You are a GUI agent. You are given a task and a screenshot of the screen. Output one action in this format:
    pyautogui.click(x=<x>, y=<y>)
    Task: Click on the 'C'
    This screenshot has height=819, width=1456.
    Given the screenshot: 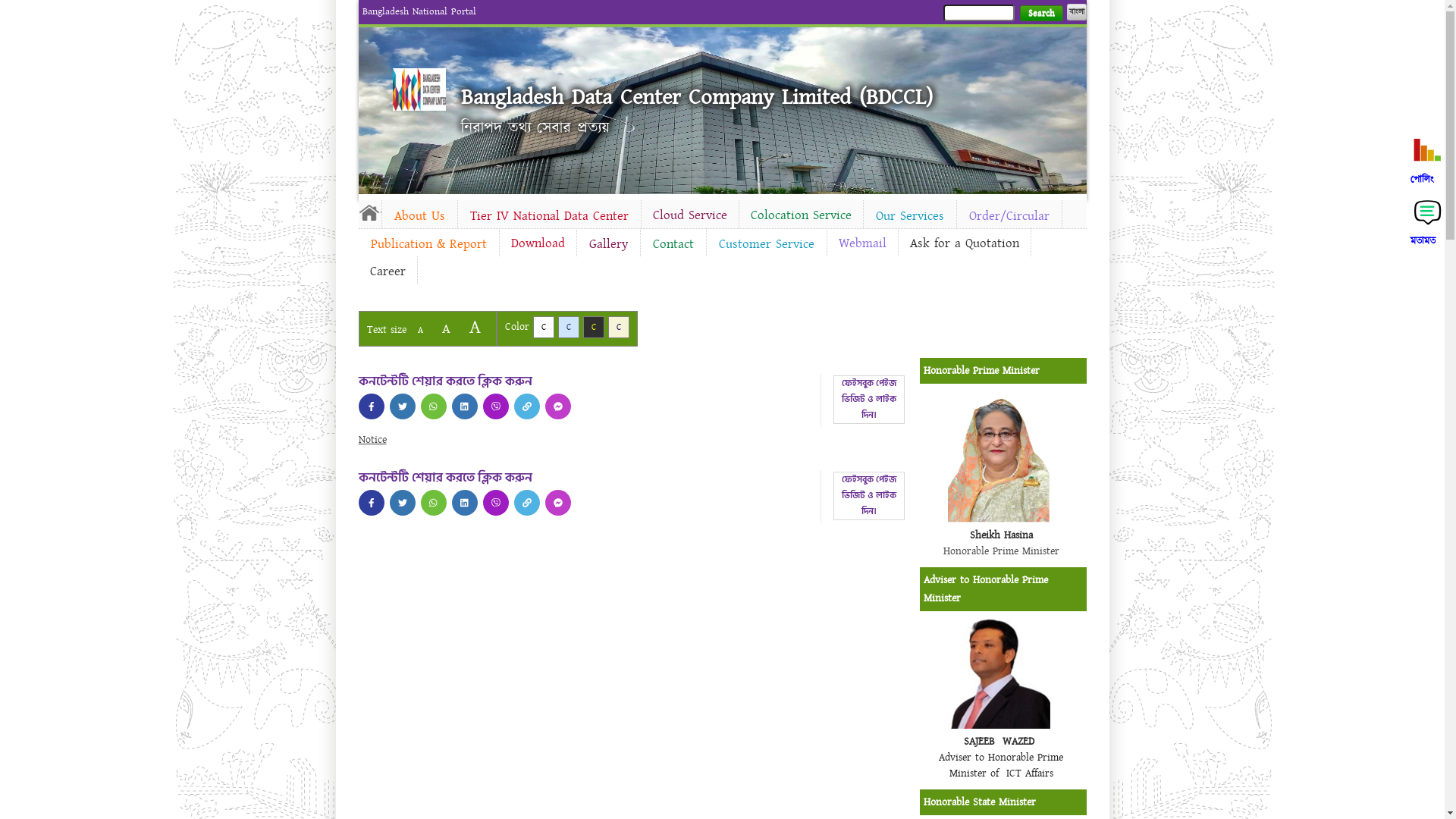 What is the action you would take?
    pyautogui.click(x=607, y=326)
    